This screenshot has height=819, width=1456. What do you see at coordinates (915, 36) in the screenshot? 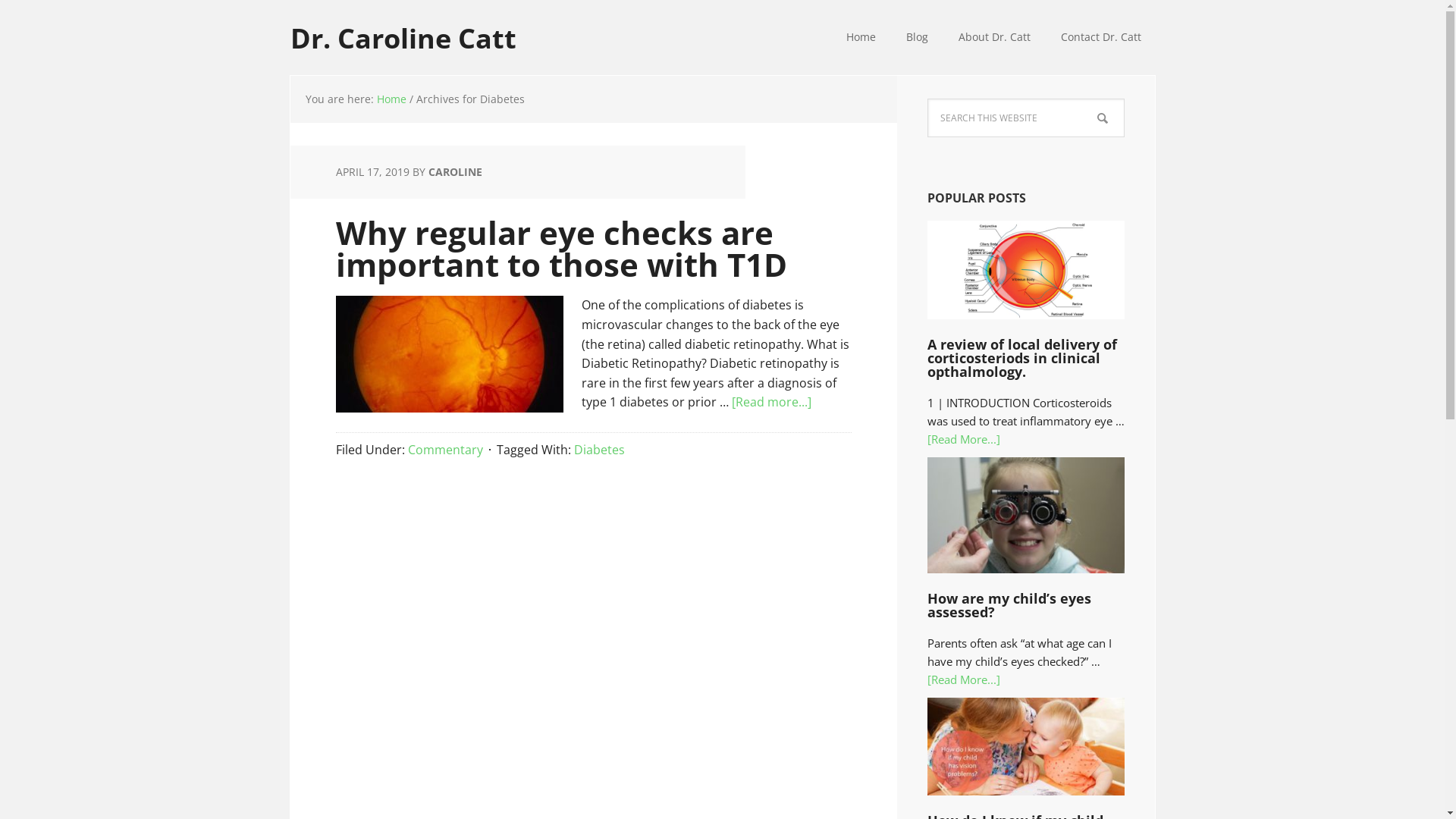
I see `'Blog'` at bounding box center [915, 36].